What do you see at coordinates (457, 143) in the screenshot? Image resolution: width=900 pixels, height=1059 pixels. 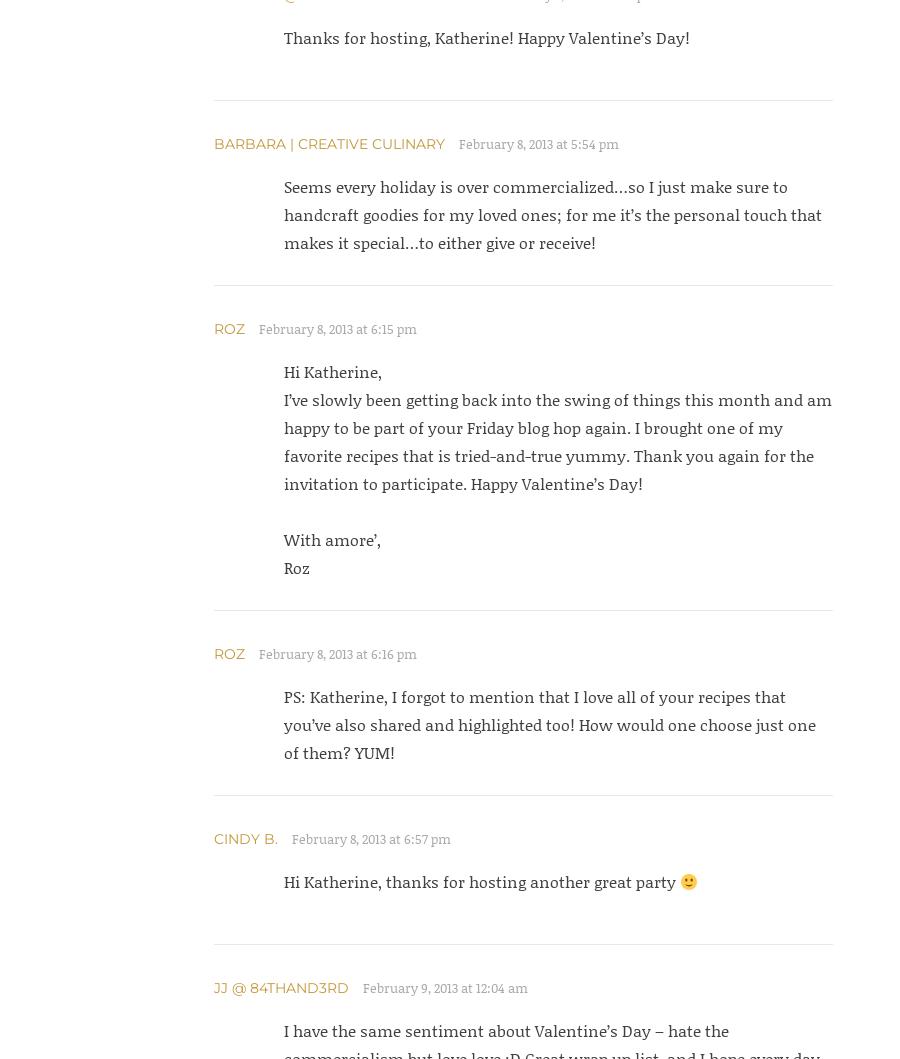 I see `'February 8, 2013 at 5:54 pm'` at bounding box center [457, 143].